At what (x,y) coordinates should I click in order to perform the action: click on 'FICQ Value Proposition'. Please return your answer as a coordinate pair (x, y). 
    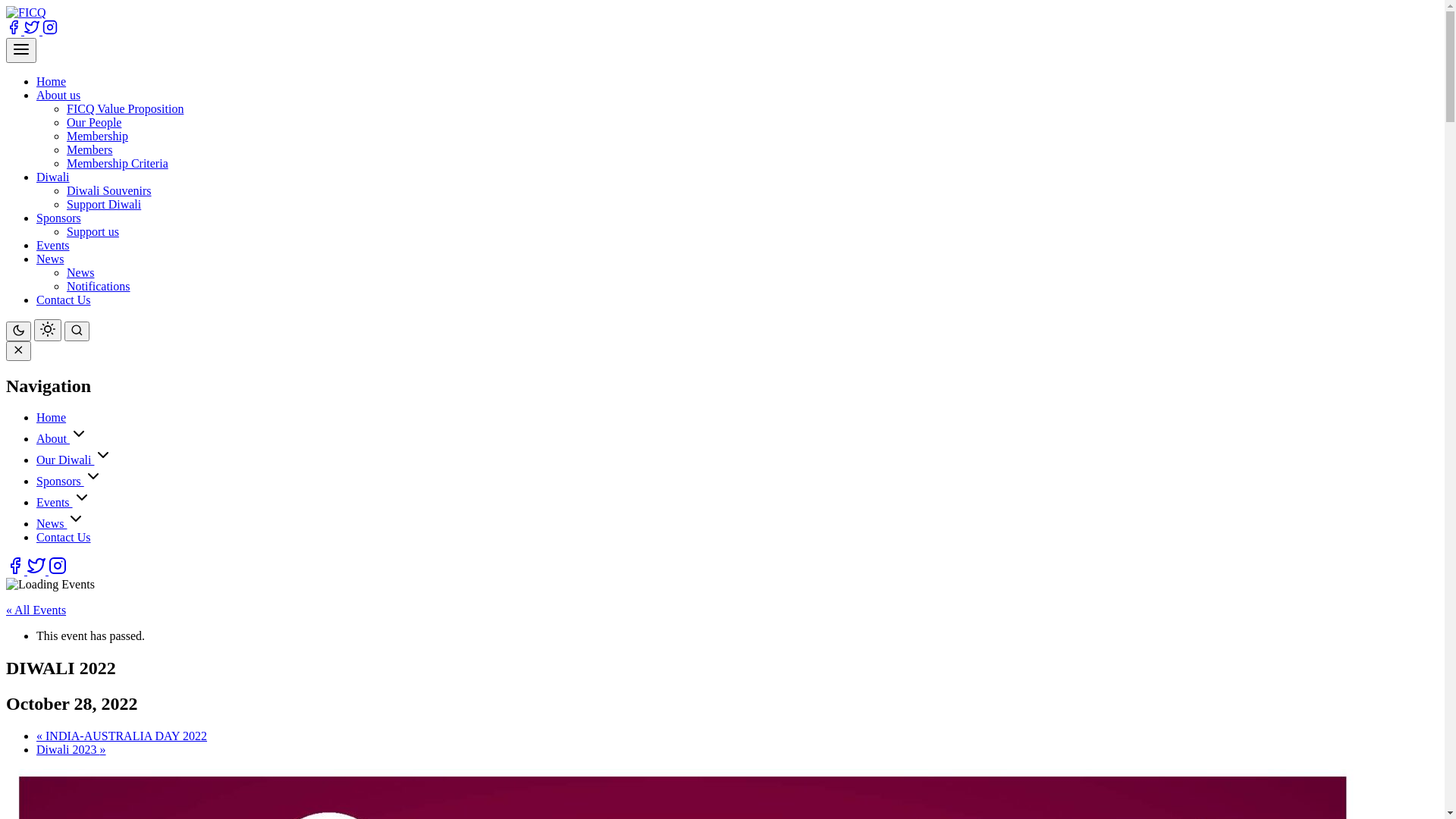
    Looking at the image, I should click on (124, 108).